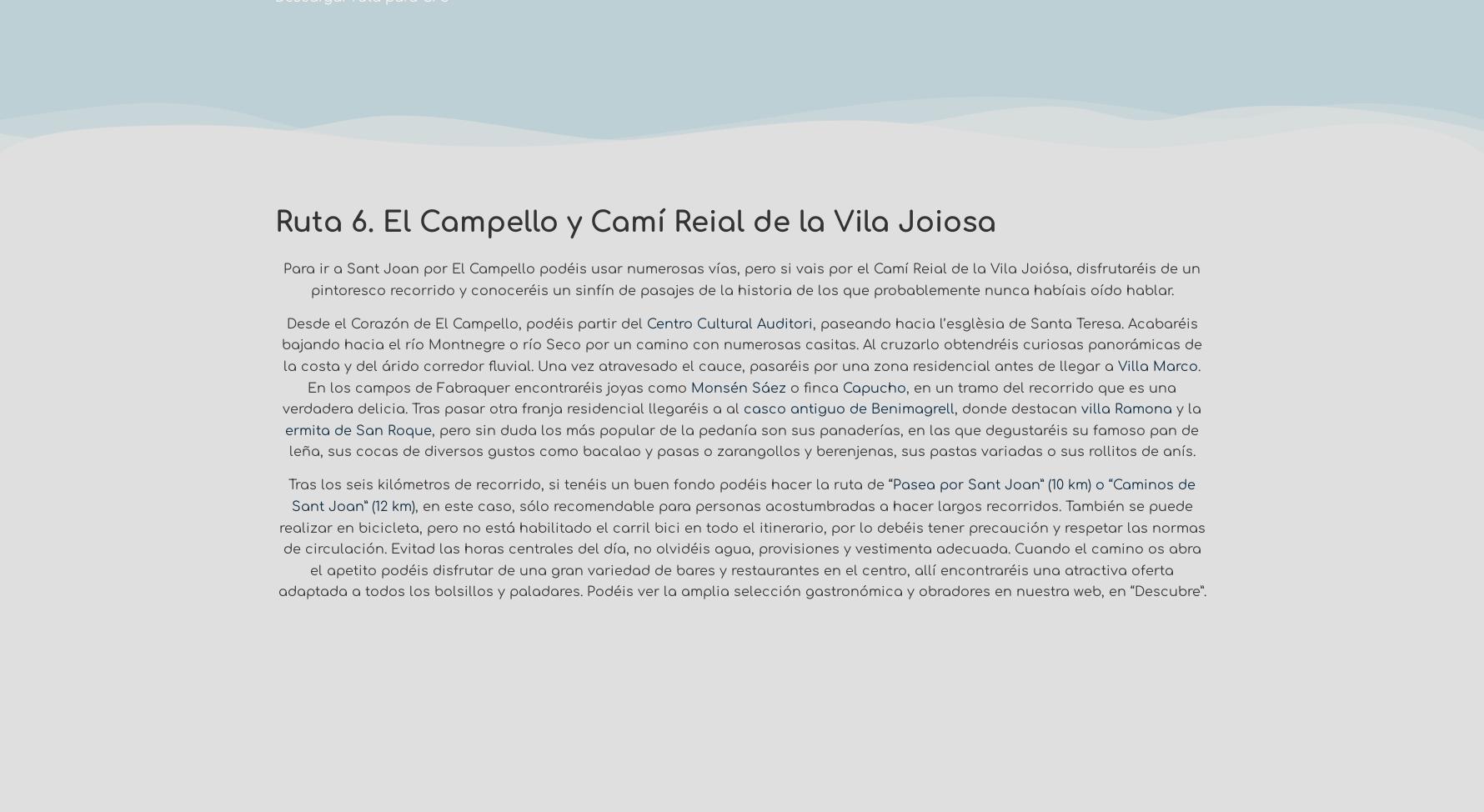  I want to click on ', en un tramo del recorrido que es una verdadera delicia. Tras pasar otra franja residencial llegaréis a al', so click(729, 398).